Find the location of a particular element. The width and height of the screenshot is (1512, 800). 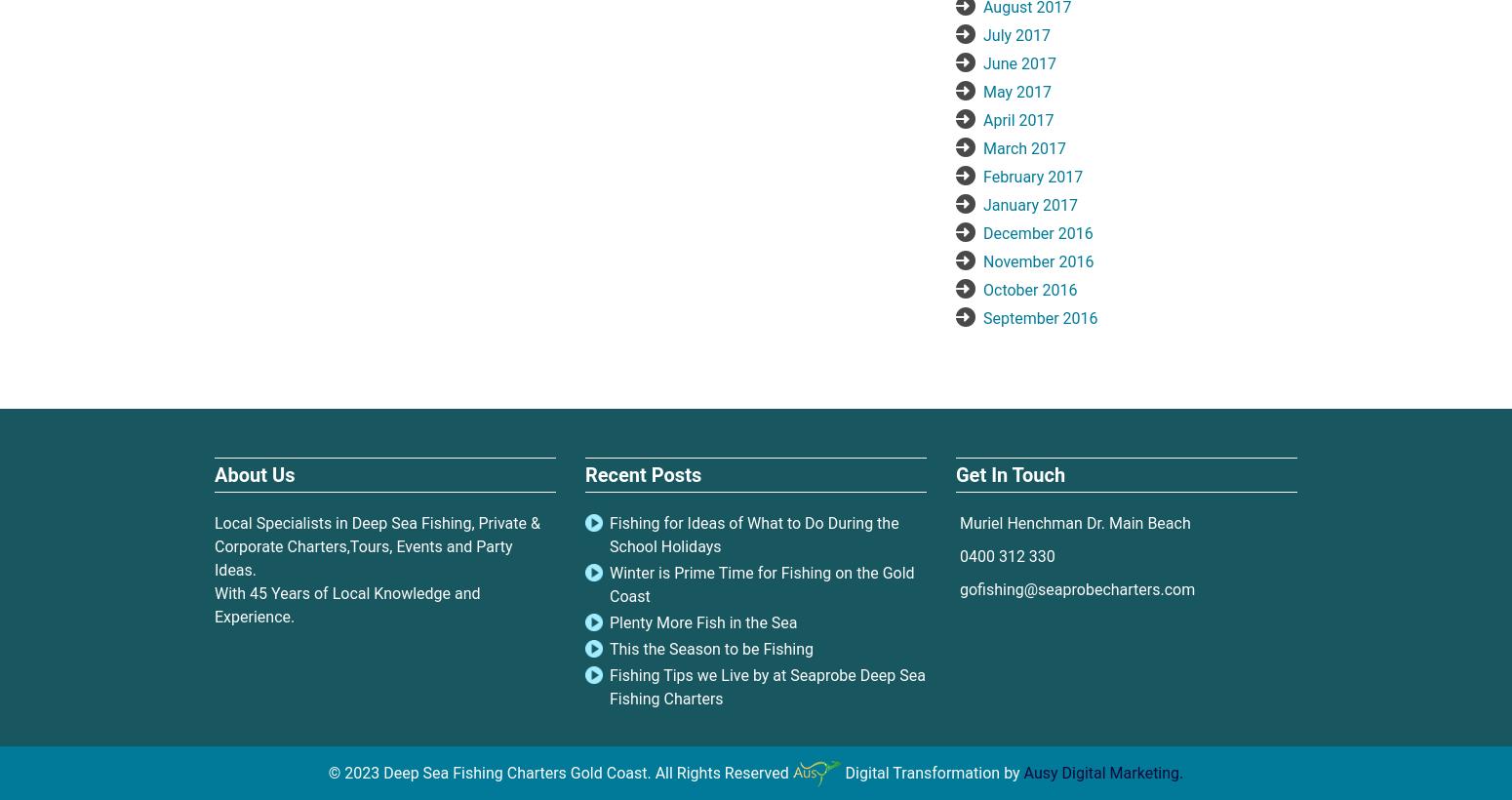

'Winter is Prime Time for Fishing on the Gold Coast' is located at coordinates (761, 583).